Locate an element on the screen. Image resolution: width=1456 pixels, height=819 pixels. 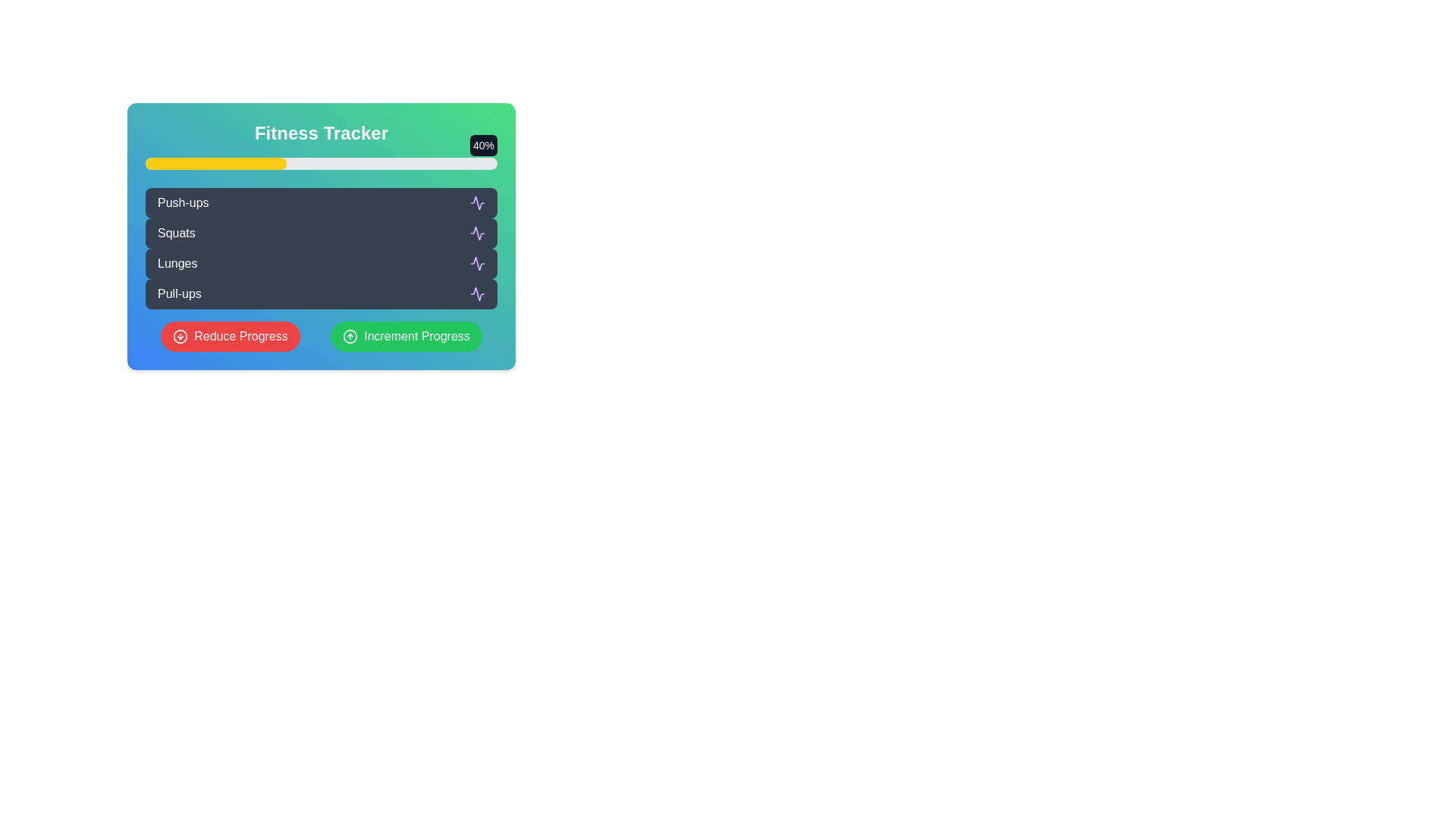
the leftmost segment of the progress bar that visually represents 40% progress, located at the top of the application interface is located at coordinates (215, 164).